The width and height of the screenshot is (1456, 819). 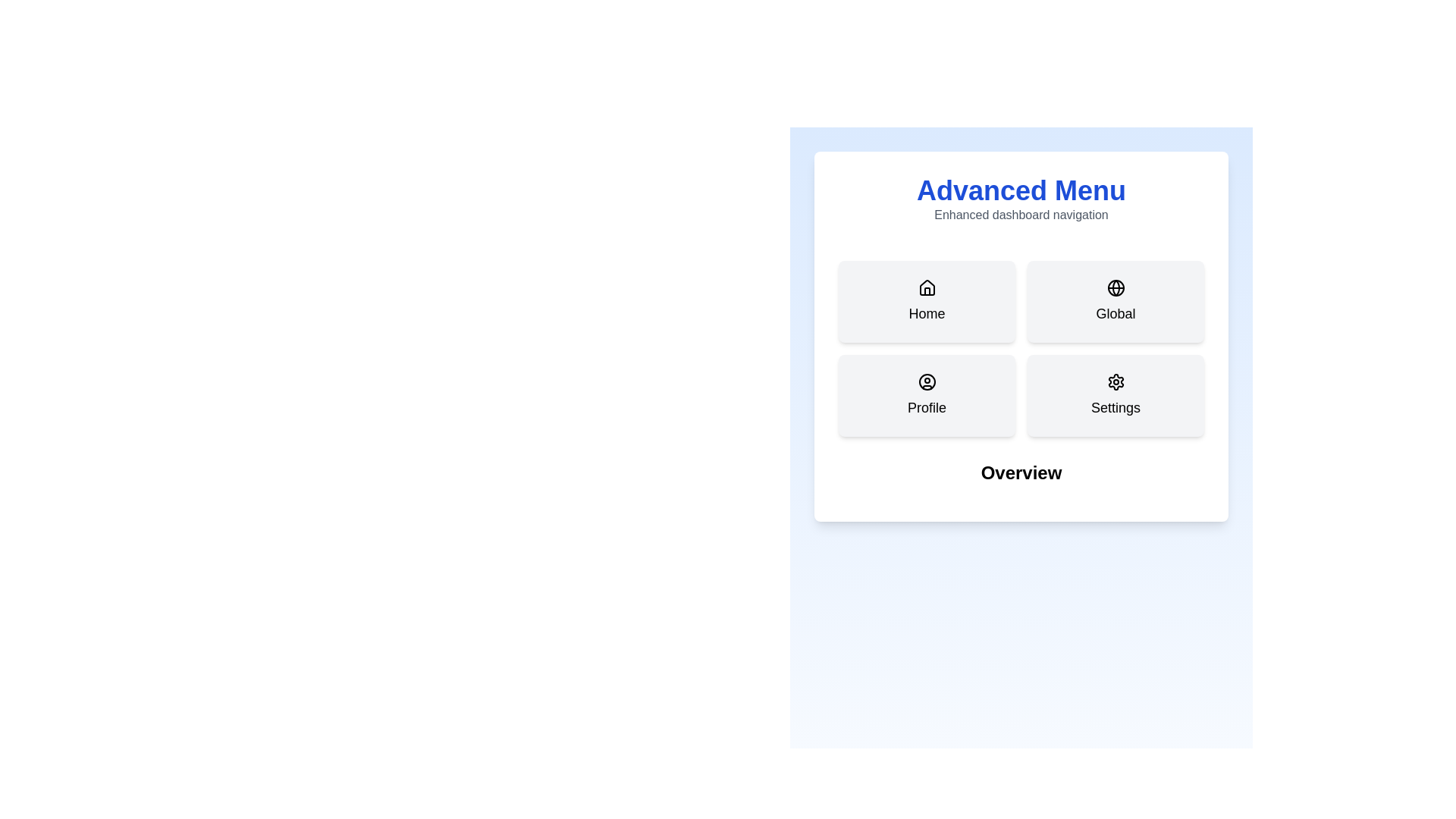 I want to click on the tab button labeled Home to select it, so click(x=926, y=301).